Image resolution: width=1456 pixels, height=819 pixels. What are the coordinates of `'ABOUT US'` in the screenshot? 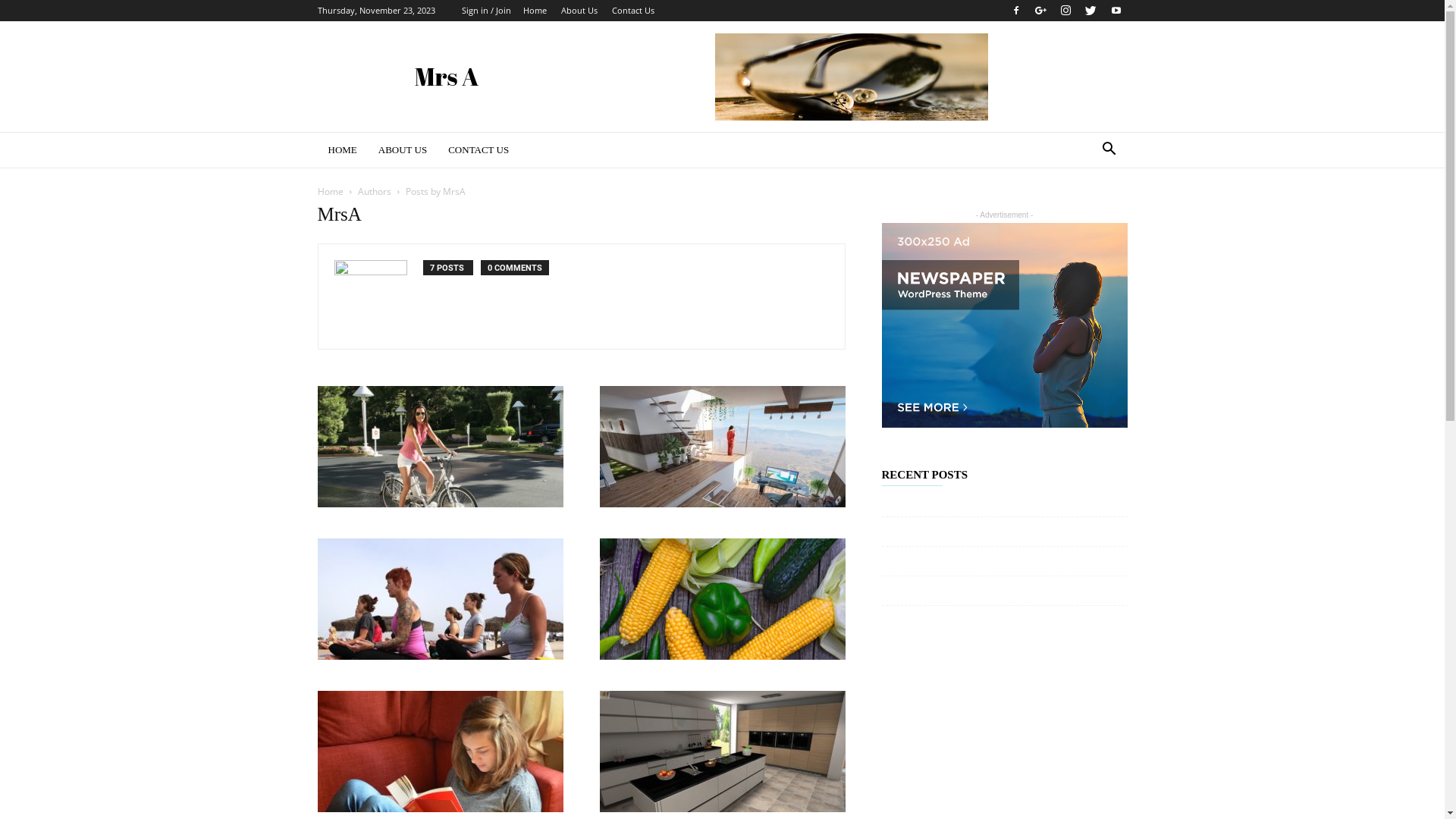 It's located at (403, 149).